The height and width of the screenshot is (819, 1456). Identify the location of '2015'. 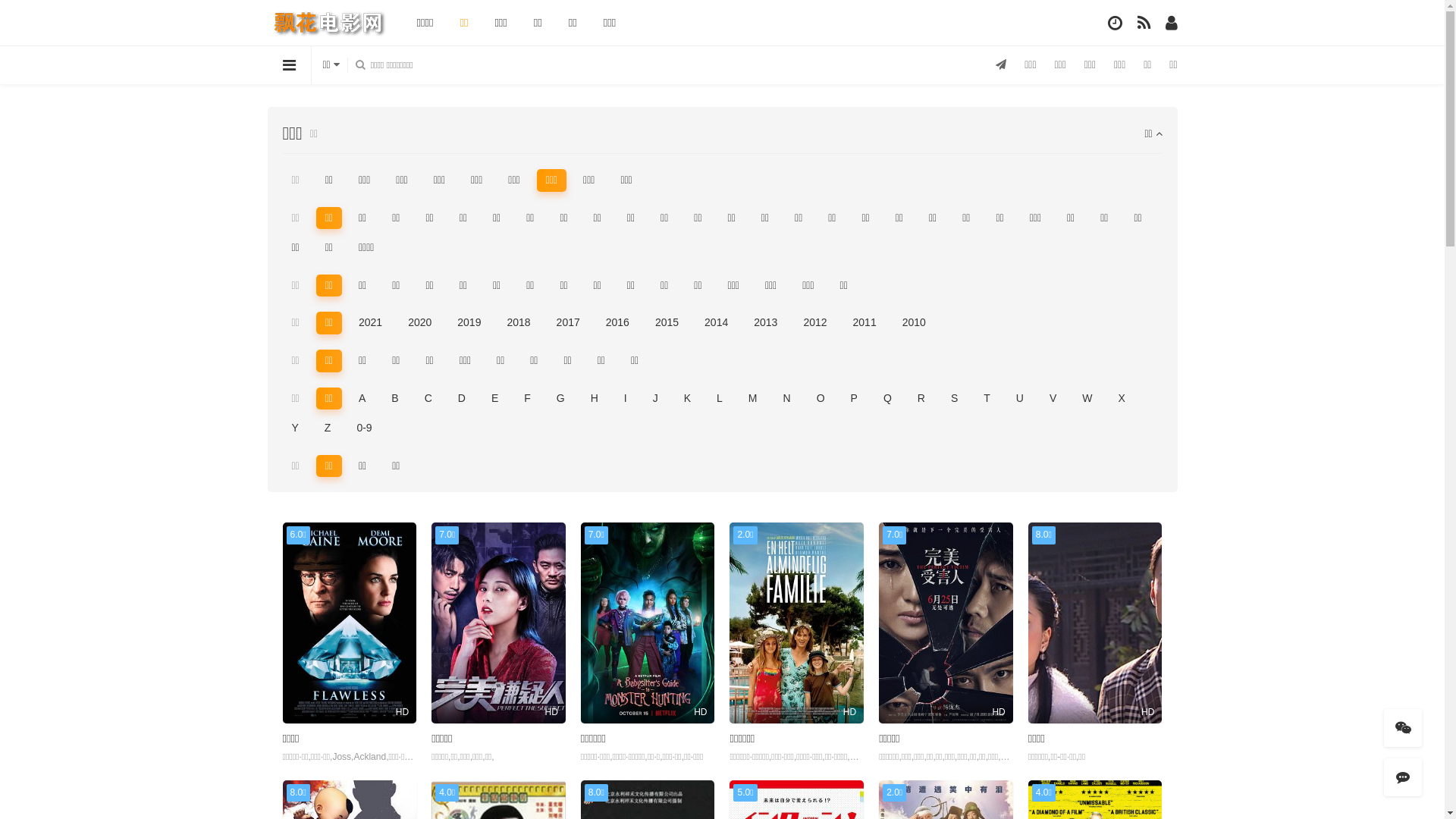
(667, 322).